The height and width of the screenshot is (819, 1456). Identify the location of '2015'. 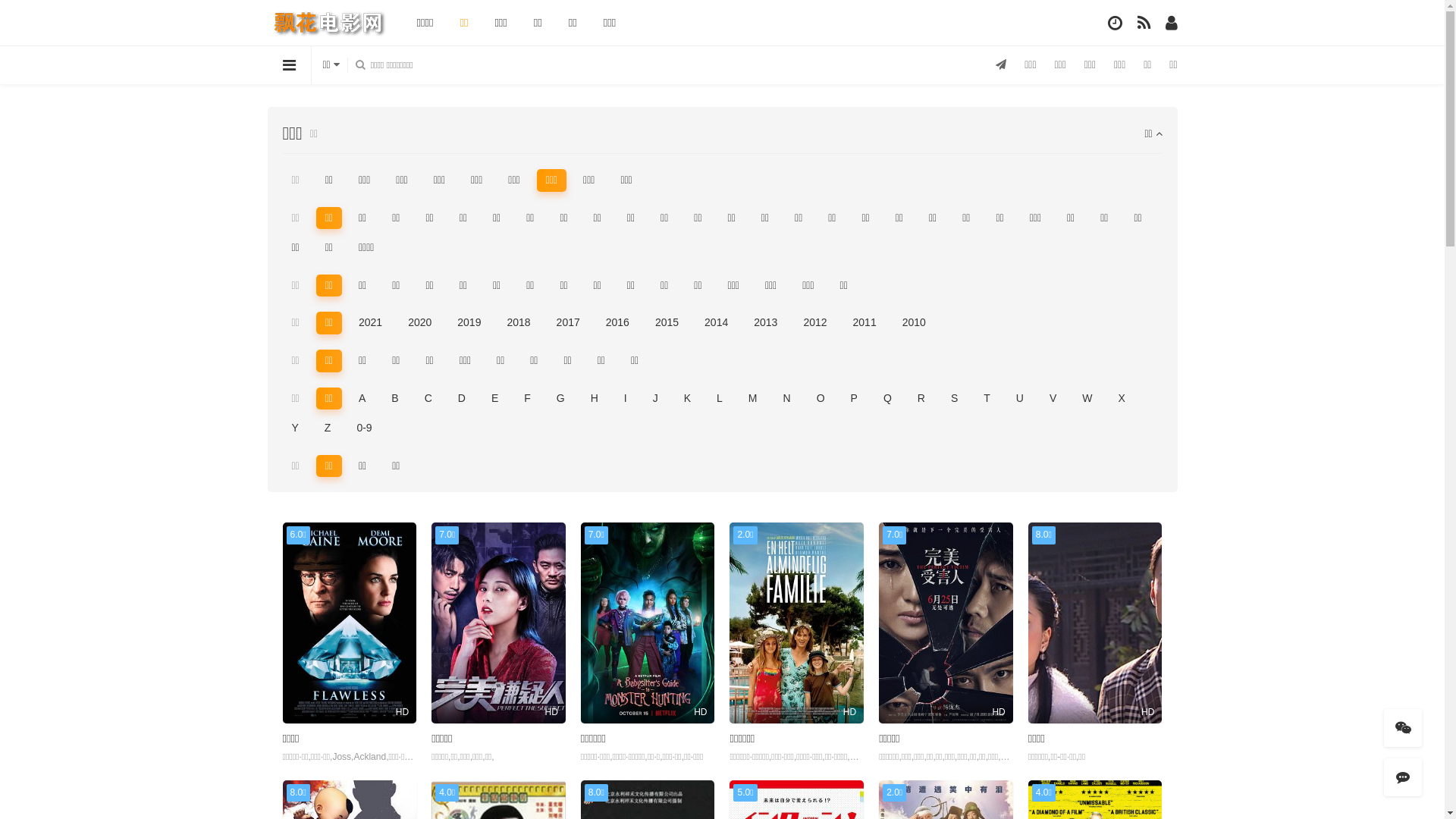
(667, 322).